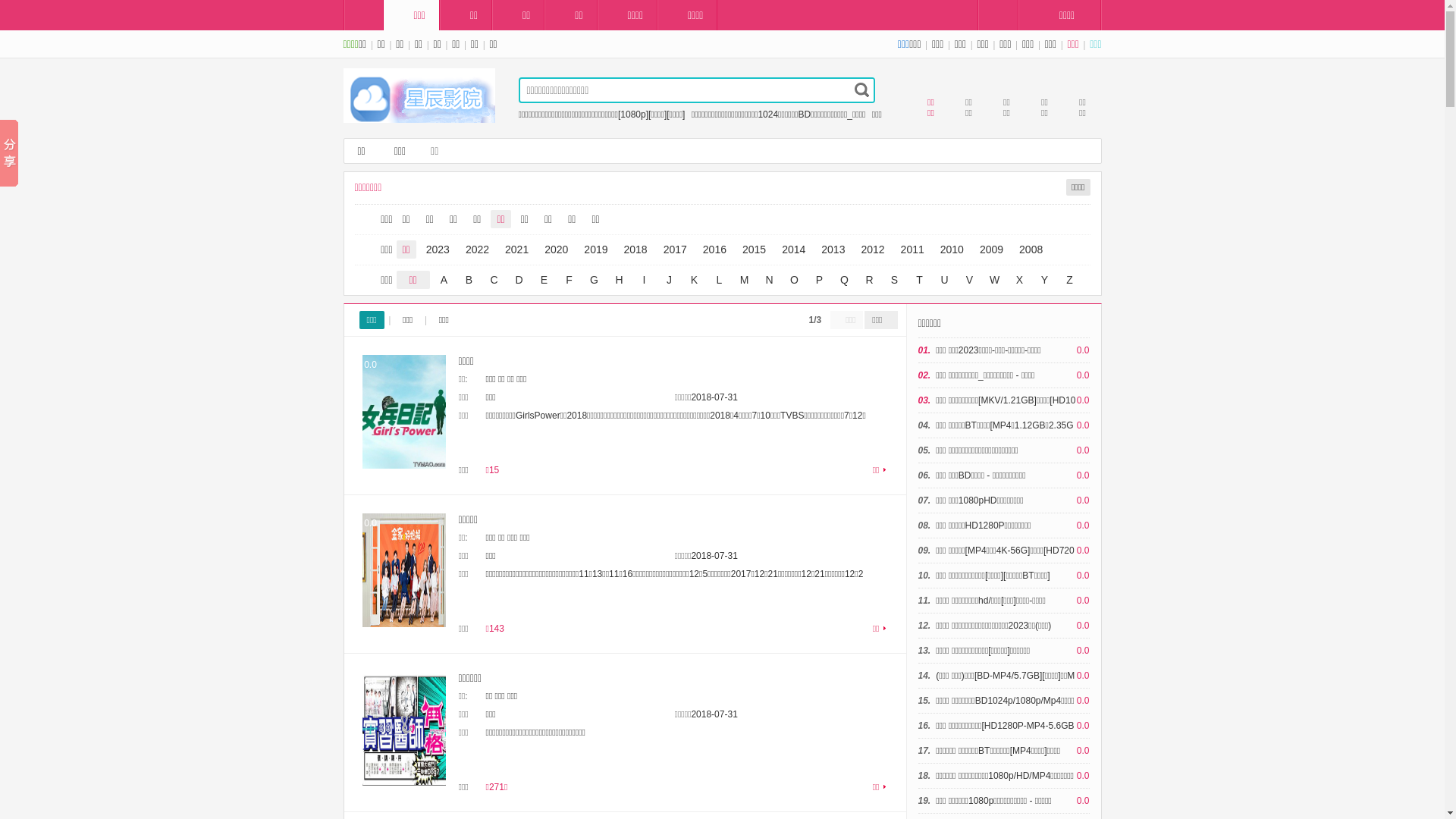  What do you see at coordinates (437, 248) in the screenshot?
I see `'2023'` at bounding box center [437, 248].